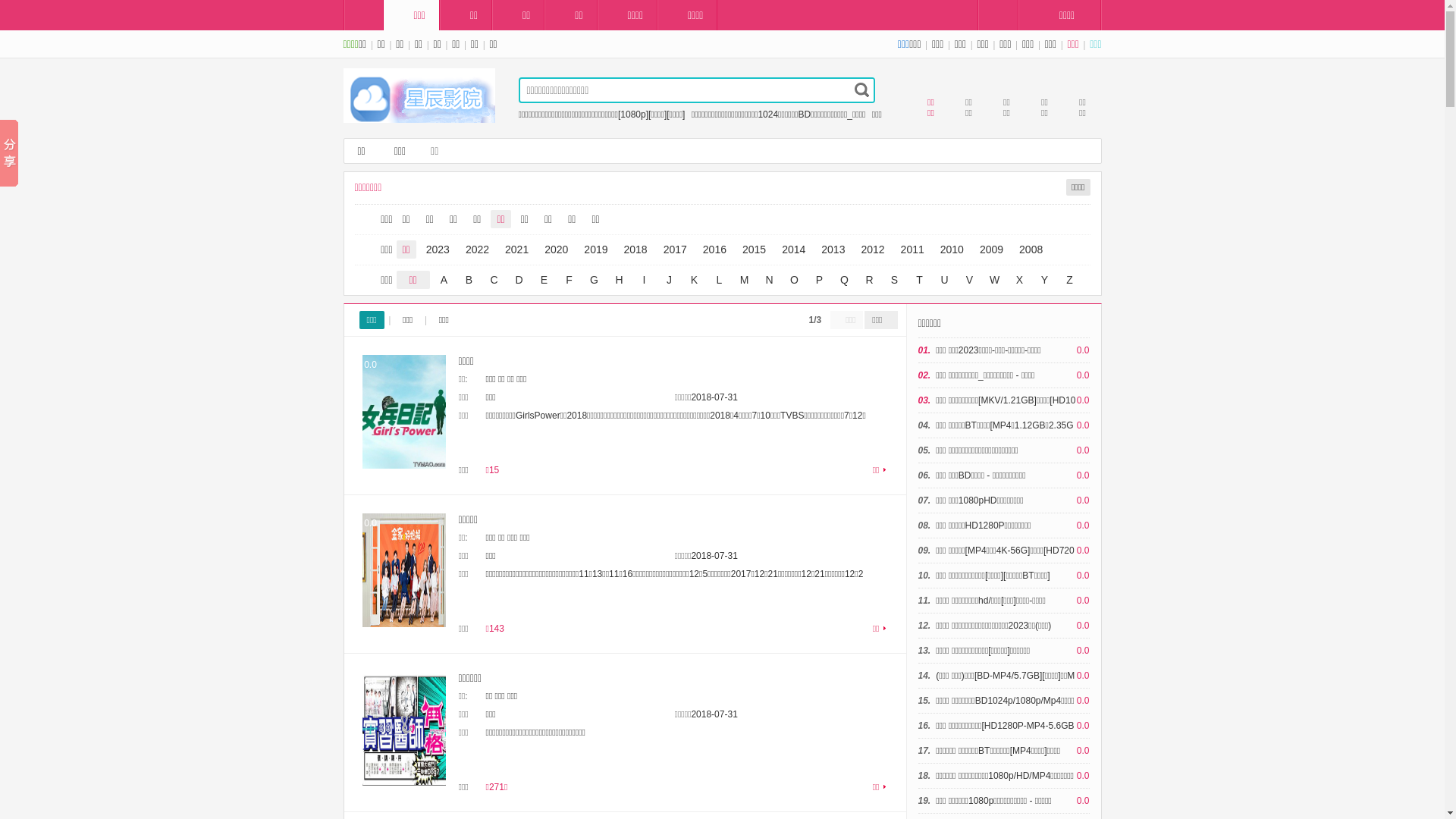  What do you see at coordinates (437, 248) in the screenshot?
I see `'2023'` at bounding box center [437, 248].